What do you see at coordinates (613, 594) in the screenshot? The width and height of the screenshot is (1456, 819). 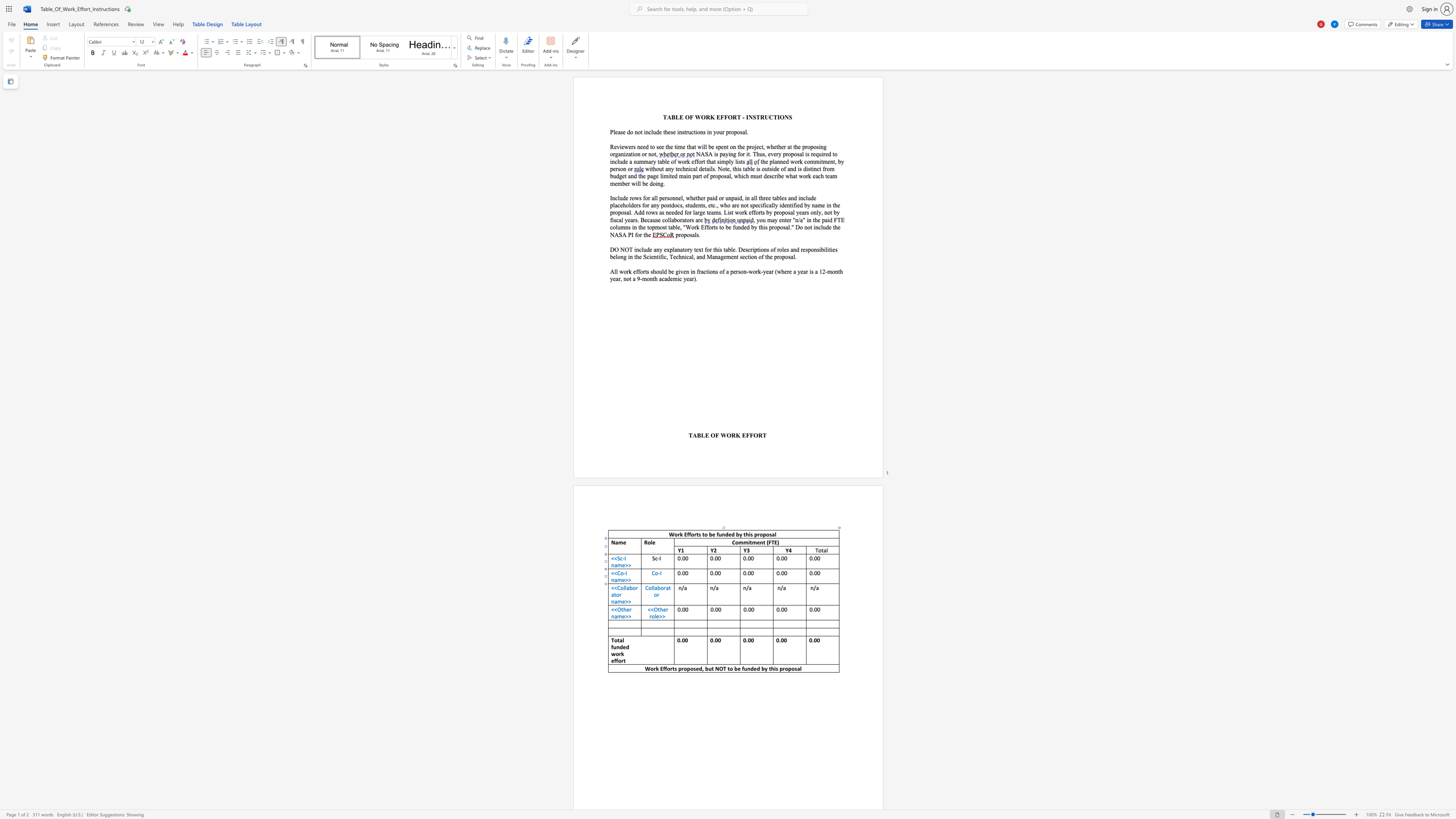 I see `the space between the continuous character "a" and "t" in the text` at bounding box center [613, 594].